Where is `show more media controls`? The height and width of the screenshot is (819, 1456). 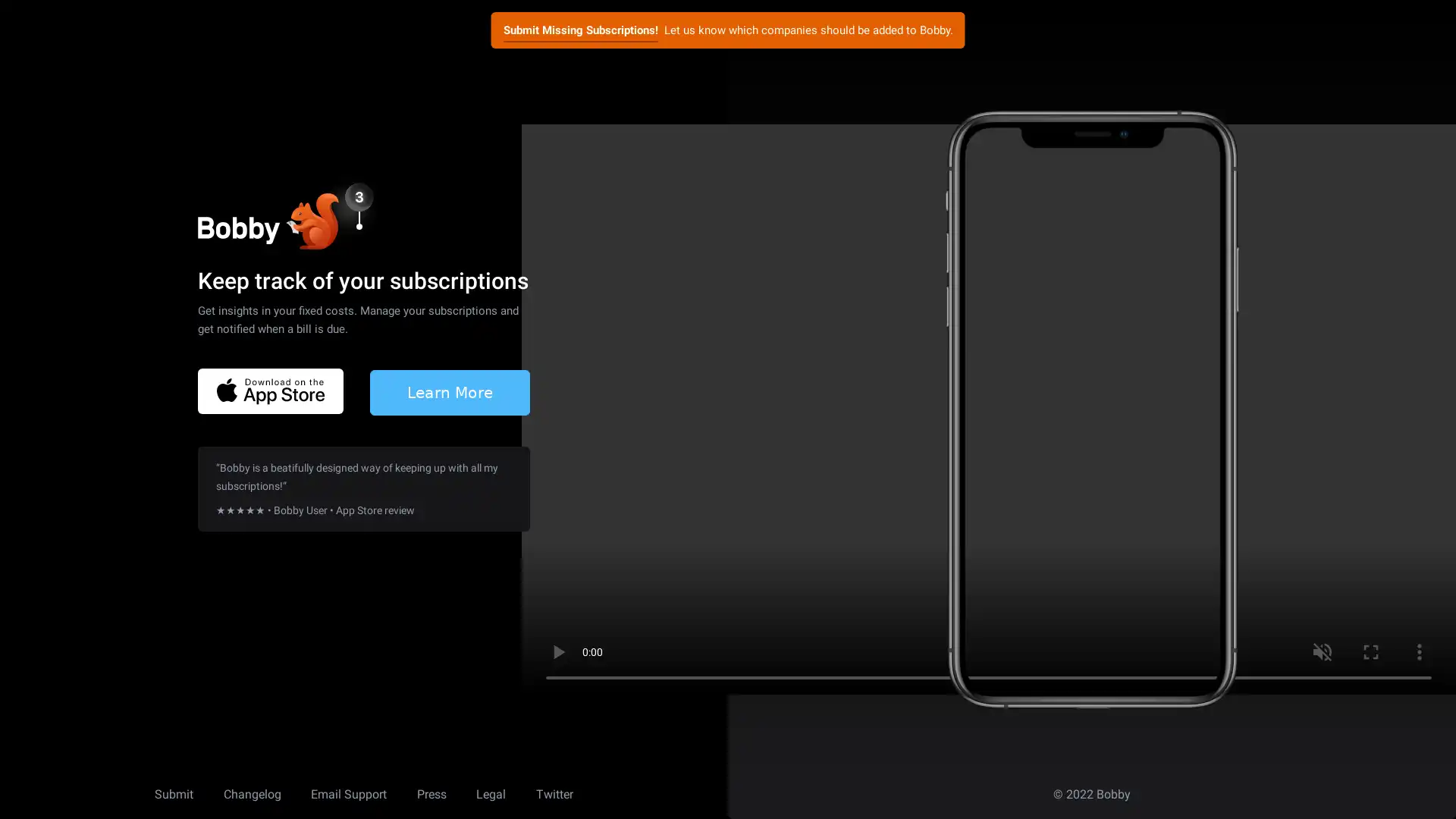
show more media controls is located at coordinates (1419, 651).